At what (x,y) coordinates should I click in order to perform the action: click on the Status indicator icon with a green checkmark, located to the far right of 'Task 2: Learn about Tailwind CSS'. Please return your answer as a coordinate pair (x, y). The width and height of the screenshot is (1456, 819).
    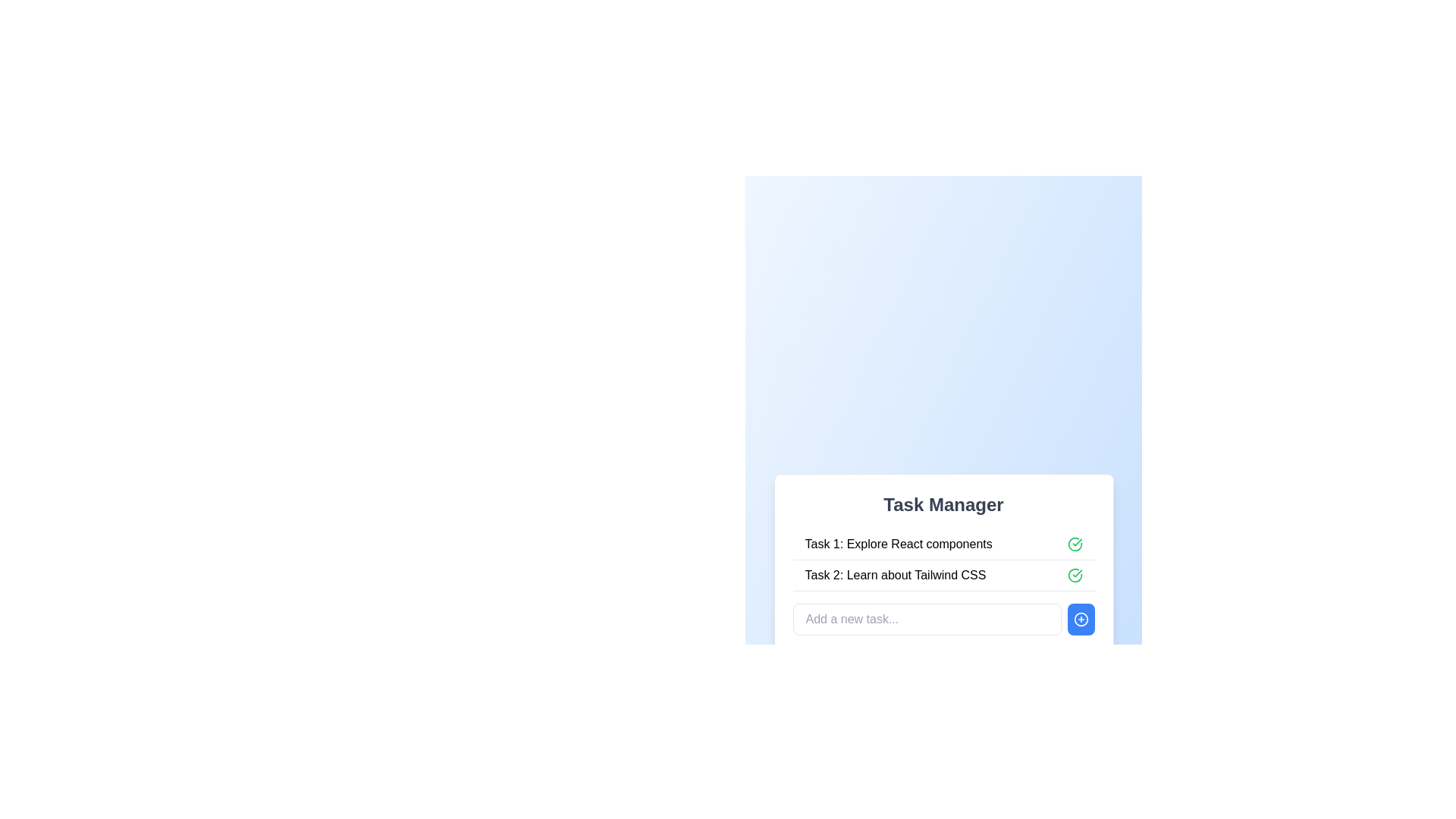
    Looking at the image, I should click on (1074, 576).